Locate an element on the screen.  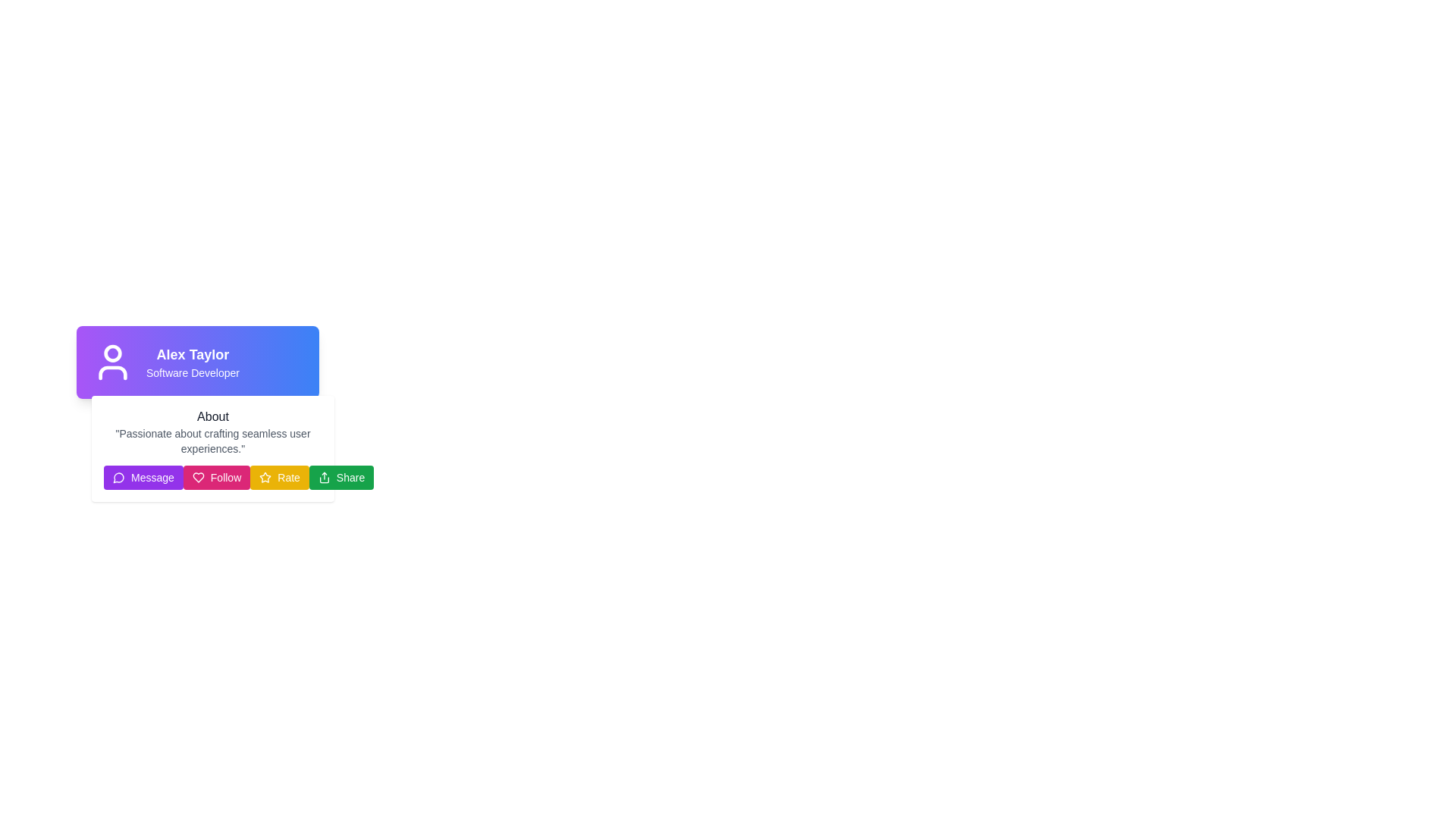
text label indicating the profession or role of the person, which is located directly below the 'Alex Taylor' label within the gradient back panel is located at coordinates (192, 373).